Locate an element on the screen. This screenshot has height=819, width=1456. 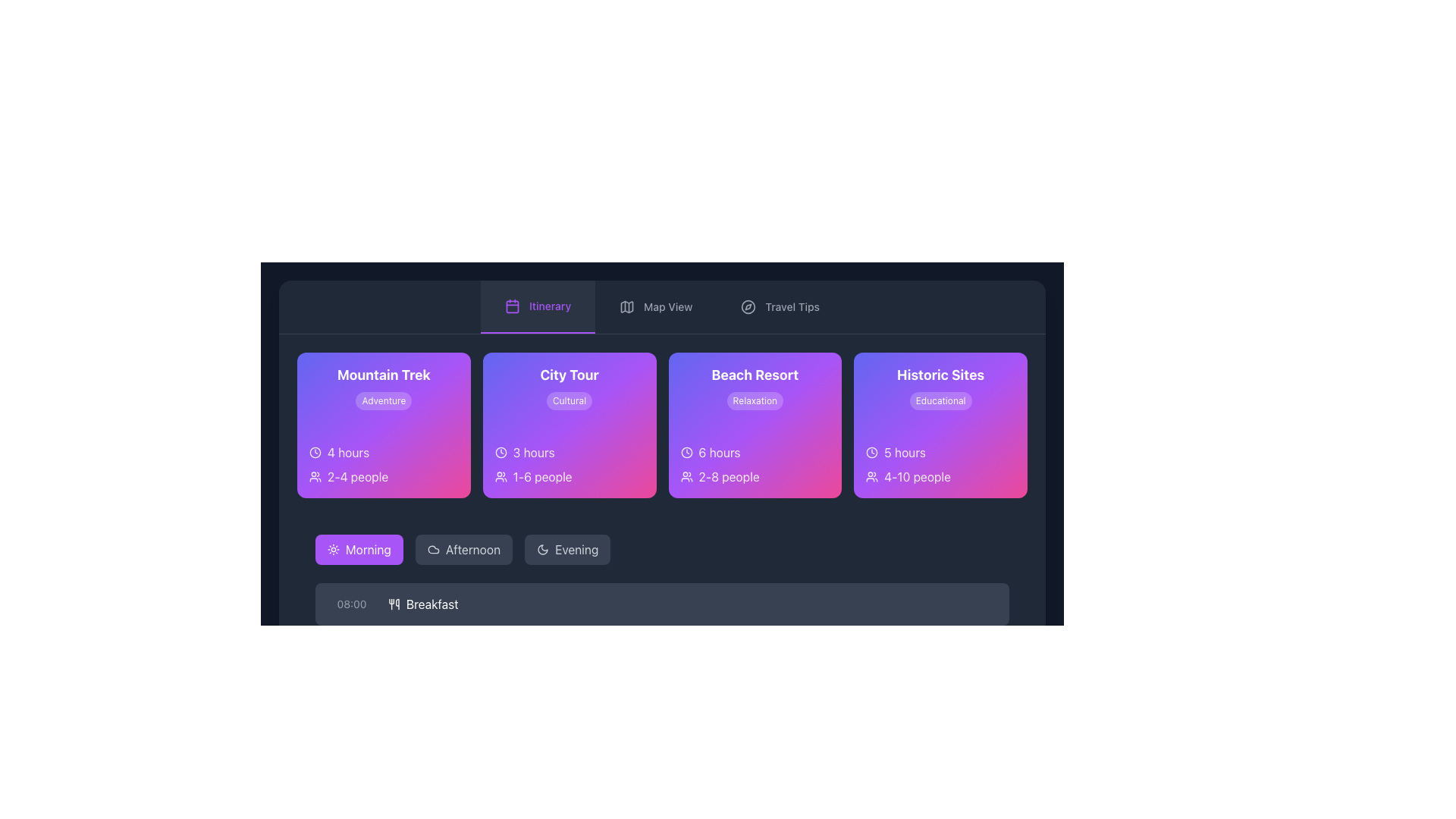
the icon depicting a group of people, which is styled in a minimalistic outline design and located in the '1-6 people' text section of the 'City Tour' card is located at coordinates (500, 475).